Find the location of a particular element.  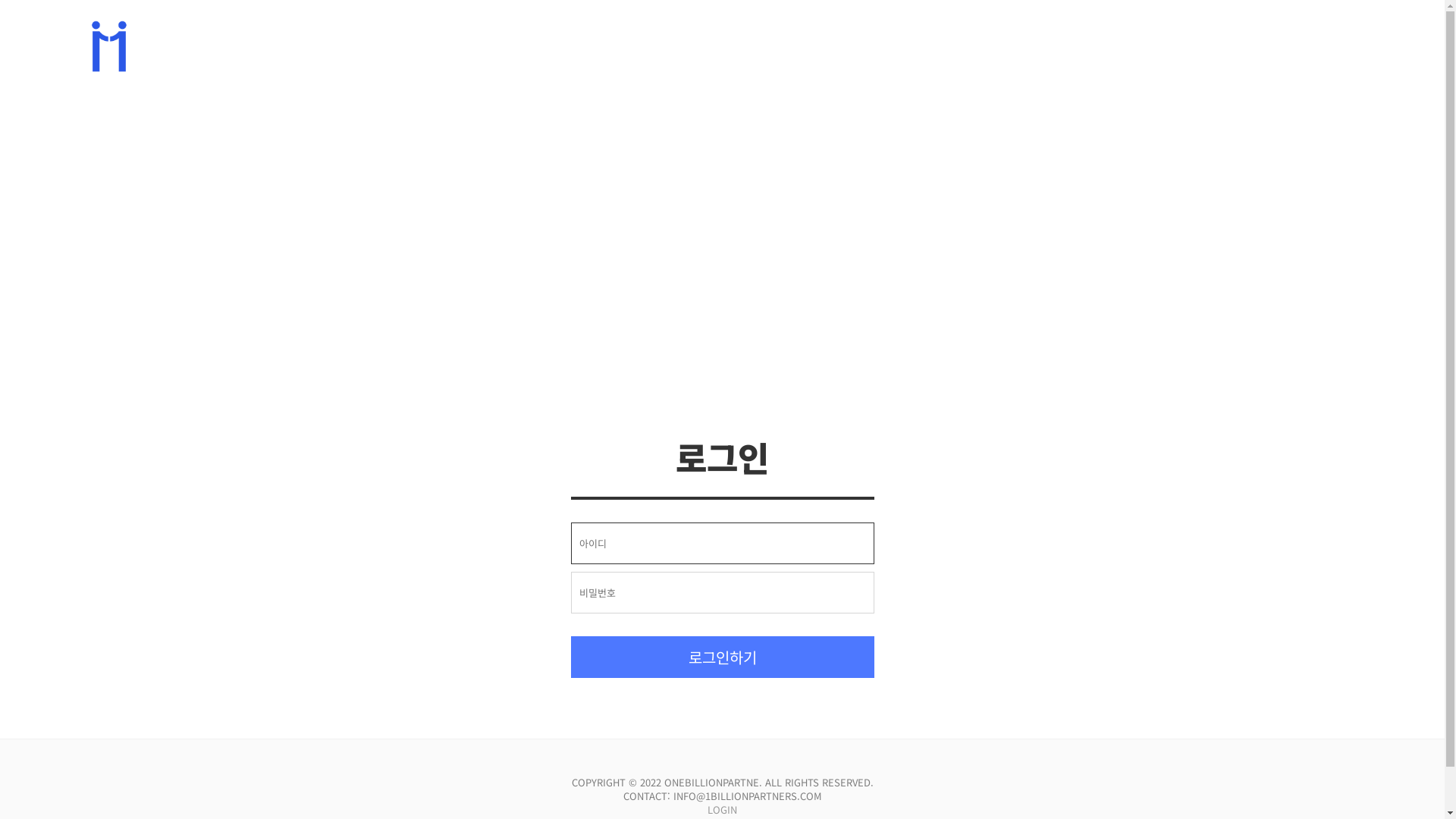

'LOGIN' is located at coordinates (721, 808).